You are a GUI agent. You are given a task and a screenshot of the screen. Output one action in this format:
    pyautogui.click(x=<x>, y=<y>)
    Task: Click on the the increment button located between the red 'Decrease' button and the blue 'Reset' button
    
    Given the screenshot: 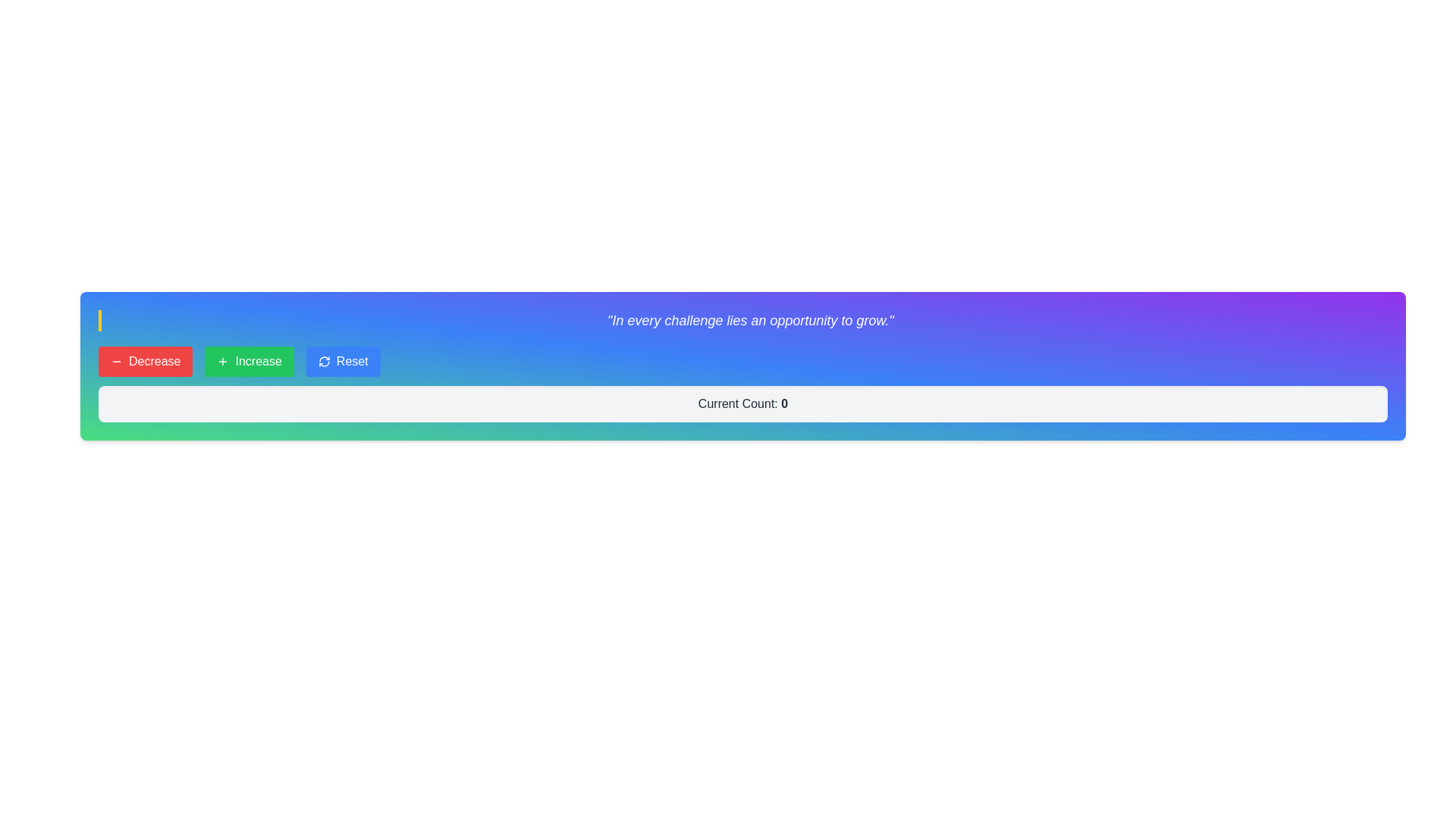 What is the action you would take?
    pyautogui.click(x=249, y=362)
    